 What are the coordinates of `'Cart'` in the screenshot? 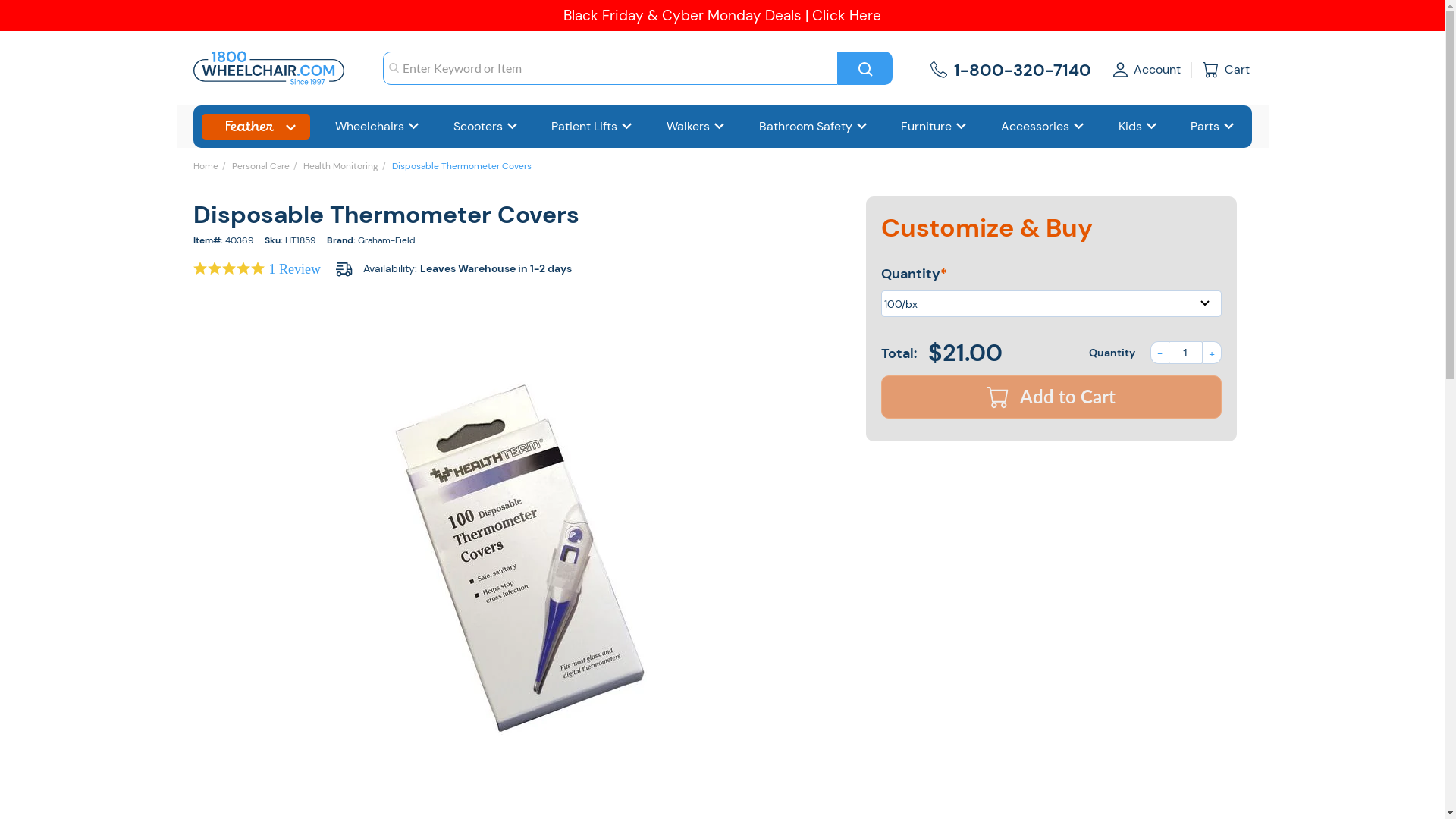 It's located at (1227, 70).